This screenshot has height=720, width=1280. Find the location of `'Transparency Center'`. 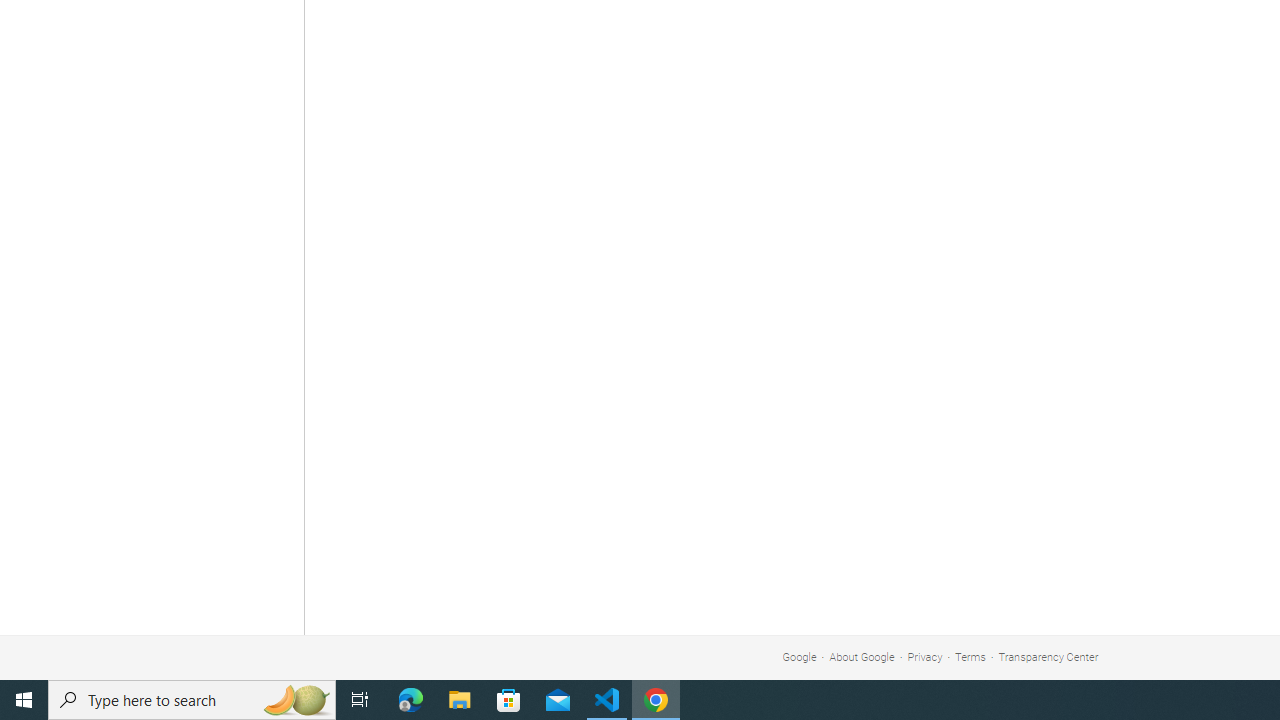

'Transparency Center' is located at coordinates (1047, 657).